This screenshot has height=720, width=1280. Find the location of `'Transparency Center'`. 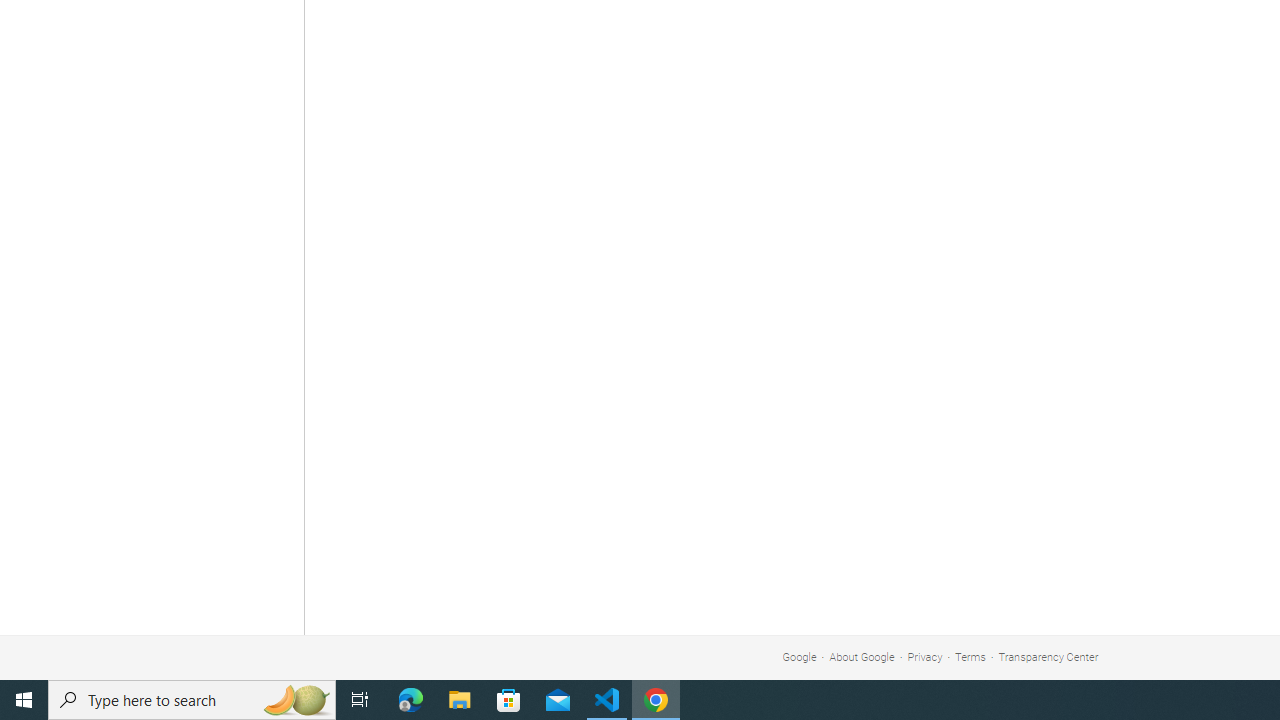

'Transparency Center' is located at coordinates (1047, 657).